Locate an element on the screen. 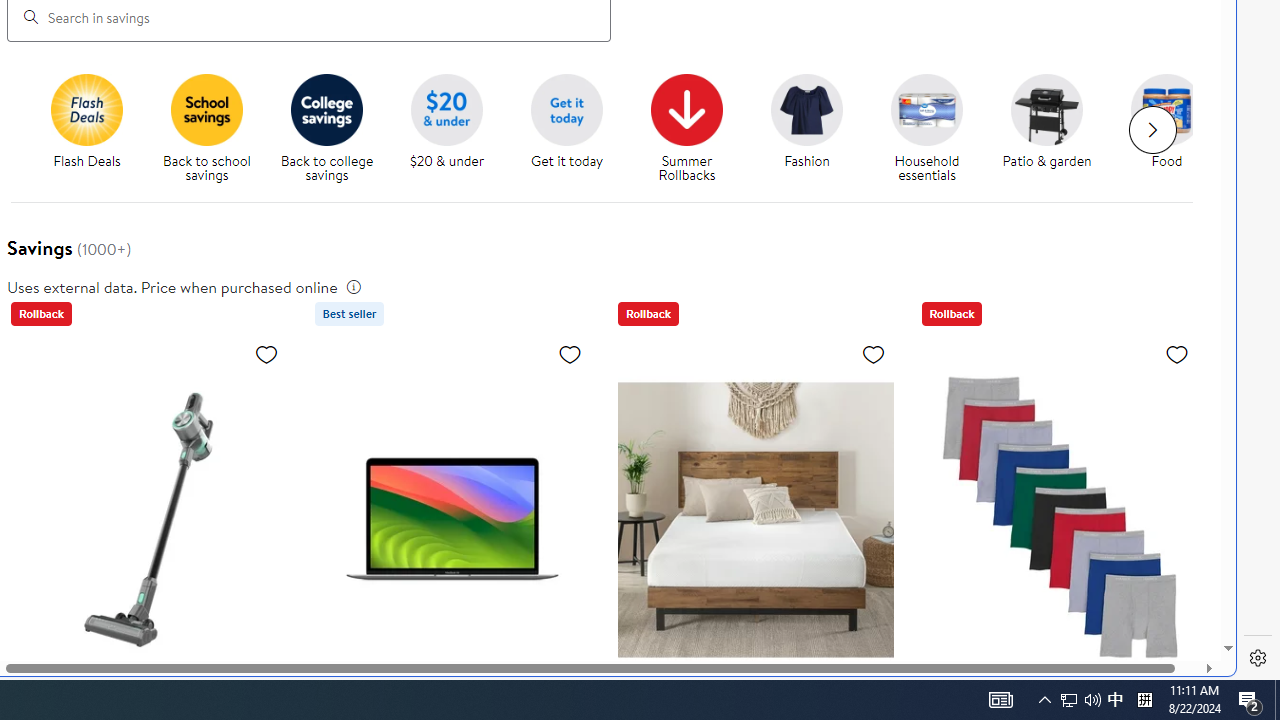 This screenshot has height=720, width=1280. 'Hanes Men' is located at coordinates (1058, 518).